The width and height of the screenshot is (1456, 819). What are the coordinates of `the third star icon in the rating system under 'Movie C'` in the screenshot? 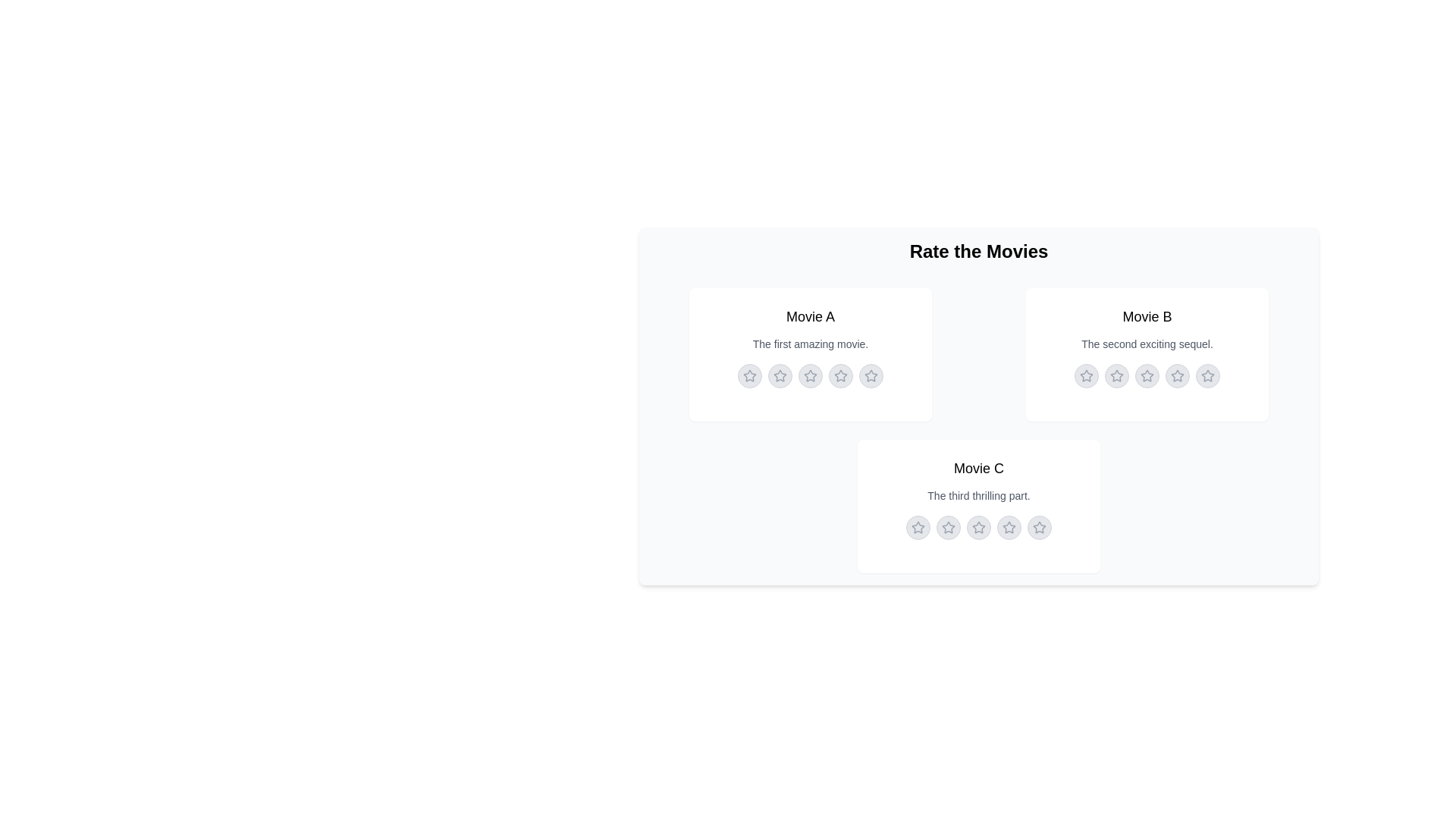 It's located at (979, 526).